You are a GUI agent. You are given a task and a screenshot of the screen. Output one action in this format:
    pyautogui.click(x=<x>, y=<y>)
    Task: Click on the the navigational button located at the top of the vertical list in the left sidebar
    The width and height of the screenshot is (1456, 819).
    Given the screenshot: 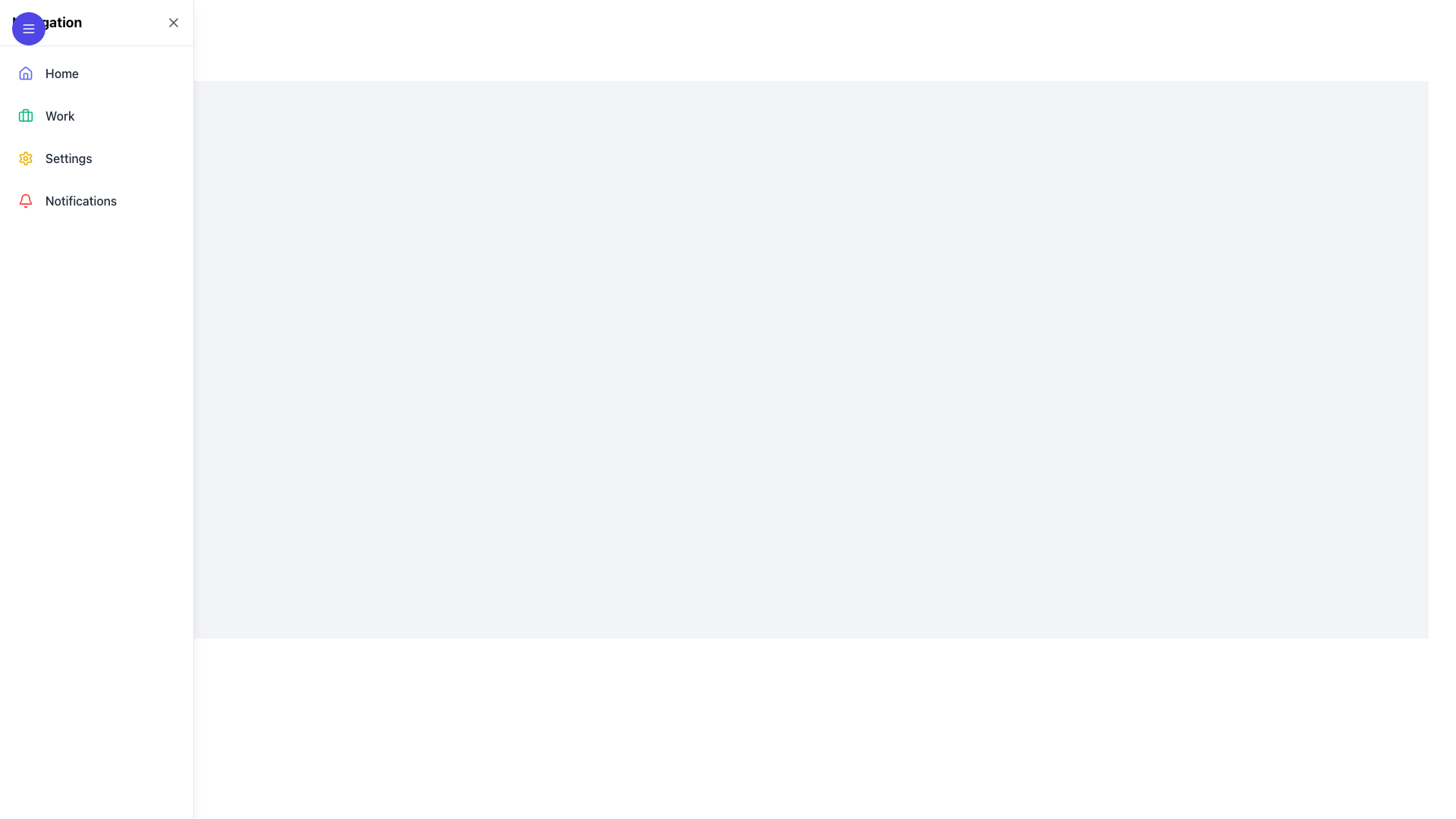 What is the action you would take?
    pyautogui.click(x=96, y=73)
    